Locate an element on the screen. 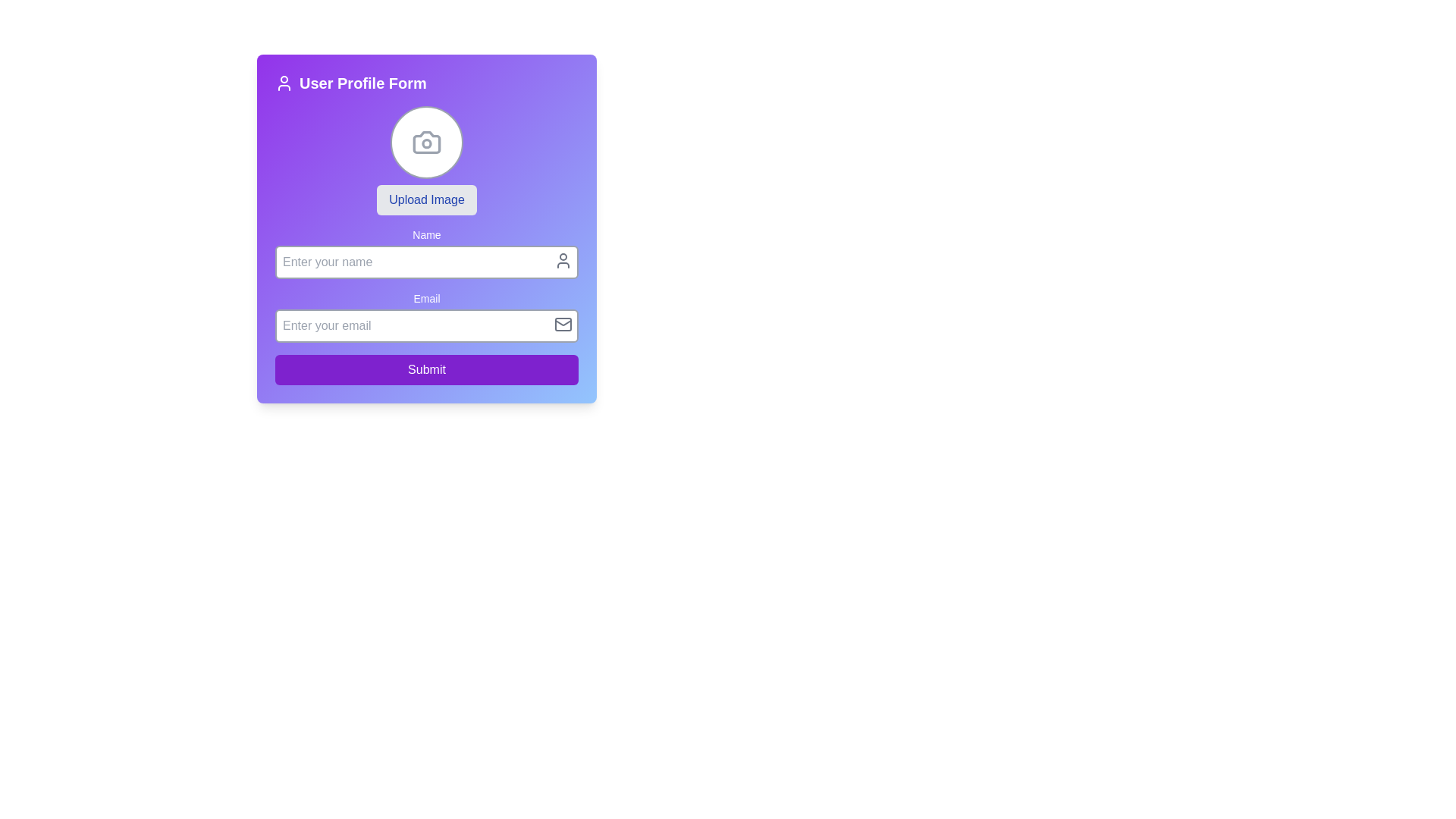 This screenshot has width=1456, height=819. the decorative icon associated with the 'User Profile Form' located at the top-left of the header section is located at coordinates (284, 83).